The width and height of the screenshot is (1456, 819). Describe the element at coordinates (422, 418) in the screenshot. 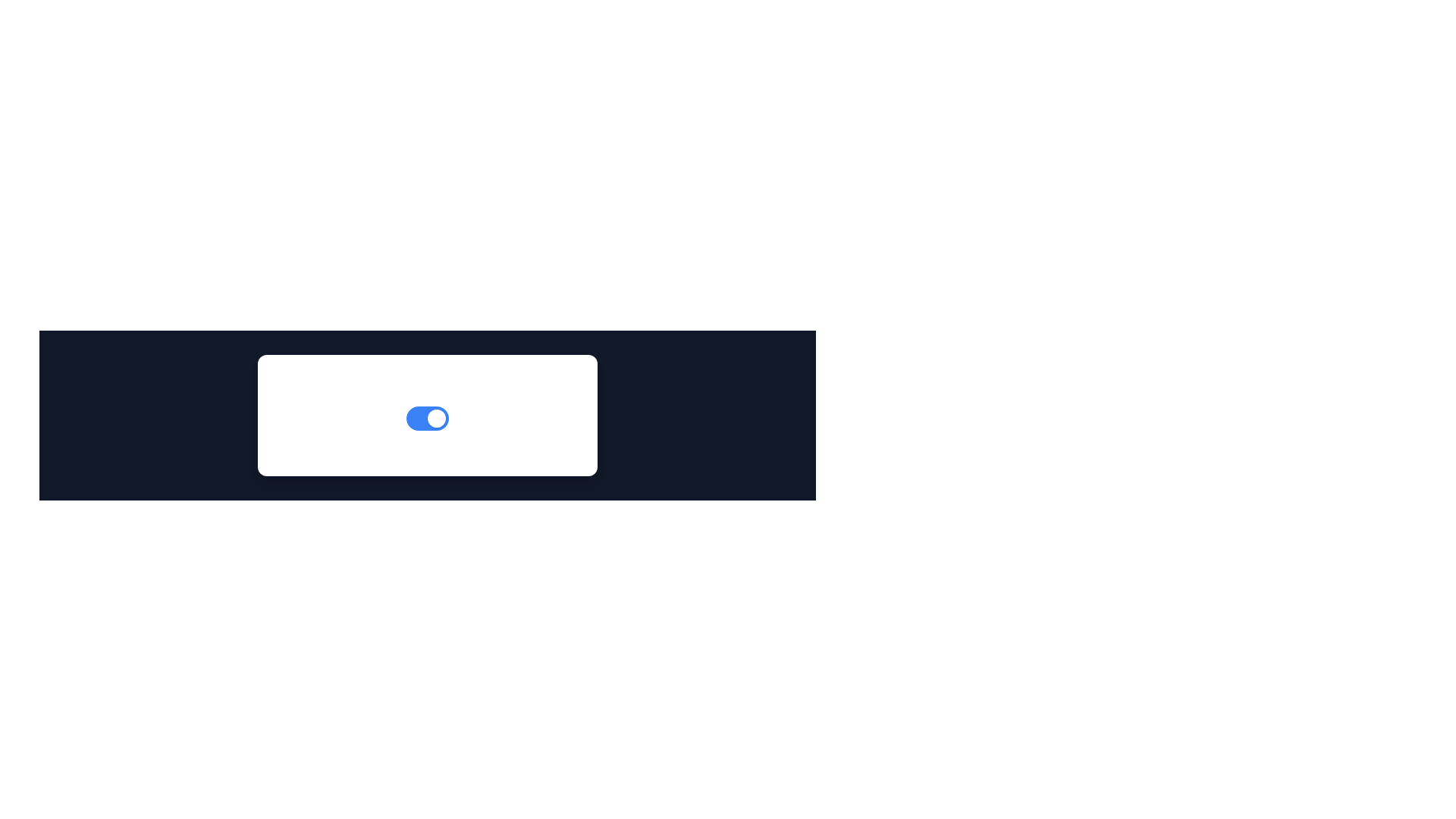

I see `the toggle switch position` at that location.